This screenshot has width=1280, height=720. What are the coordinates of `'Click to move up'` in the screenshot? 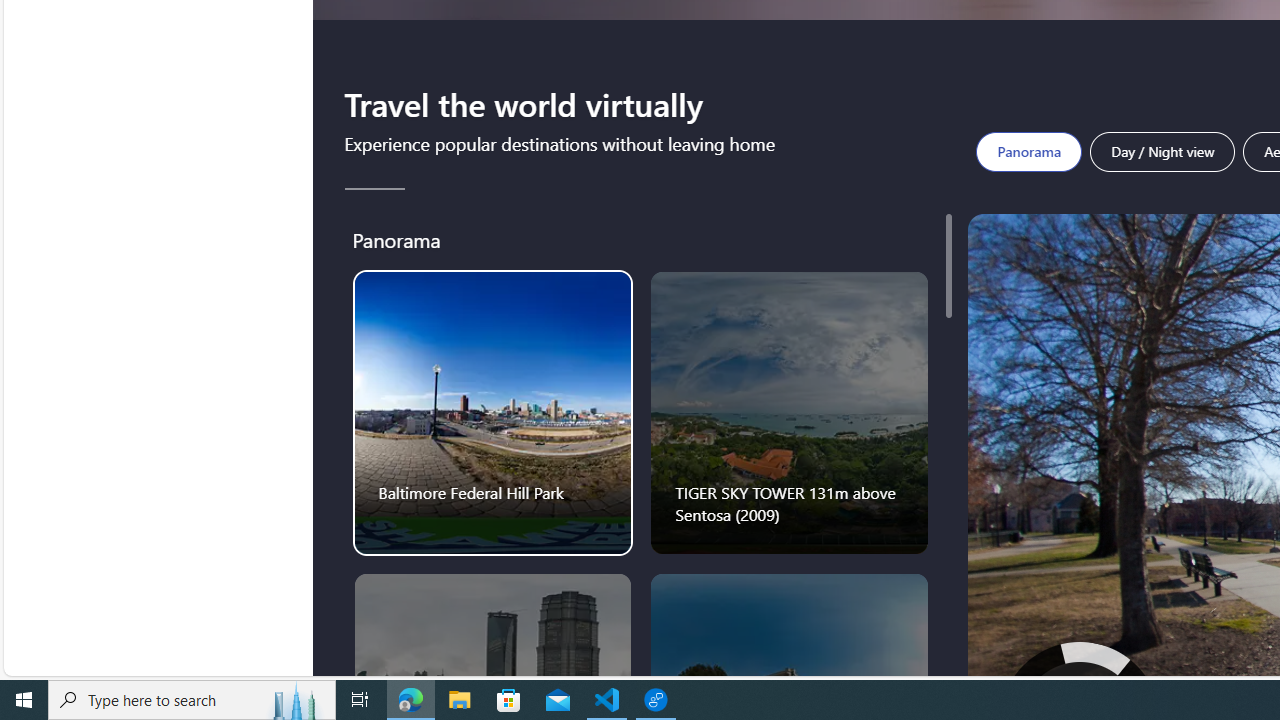 It's located at (1079, 689).